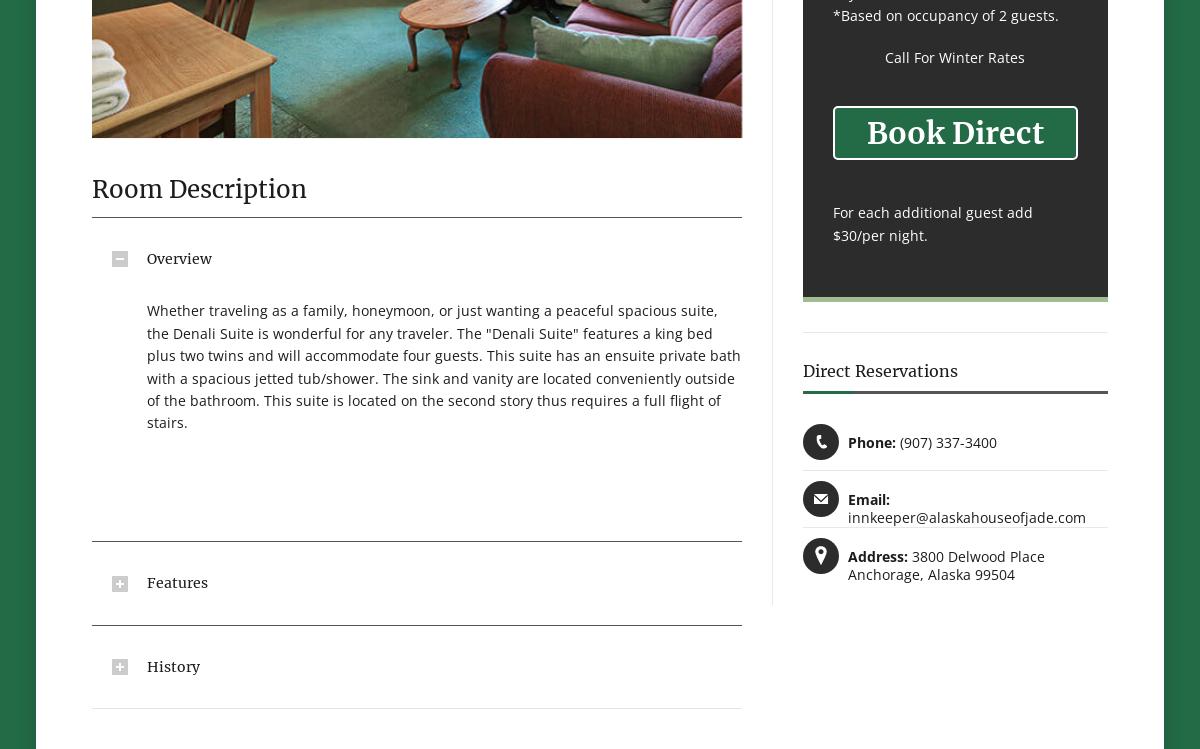  I want to click on 'For each additional guest add $30/per night.', so click(933, 223).